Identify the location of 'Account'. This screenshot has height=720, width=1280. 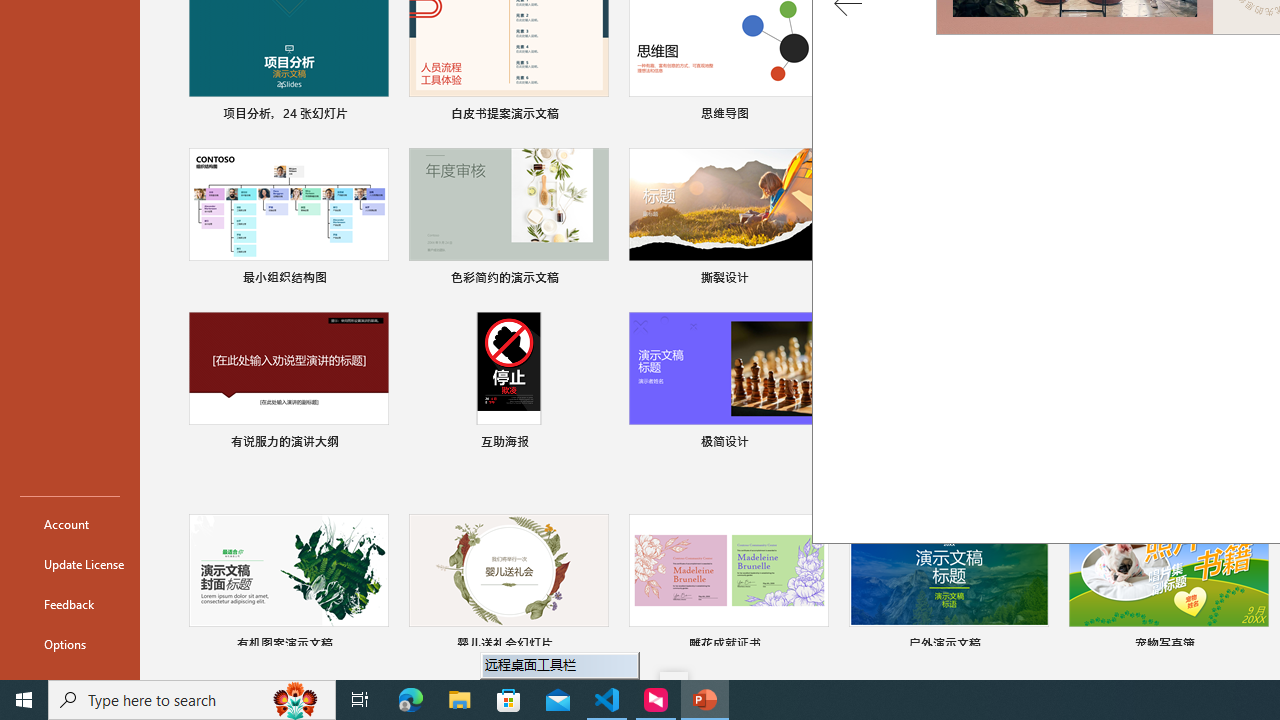
(69, 523).